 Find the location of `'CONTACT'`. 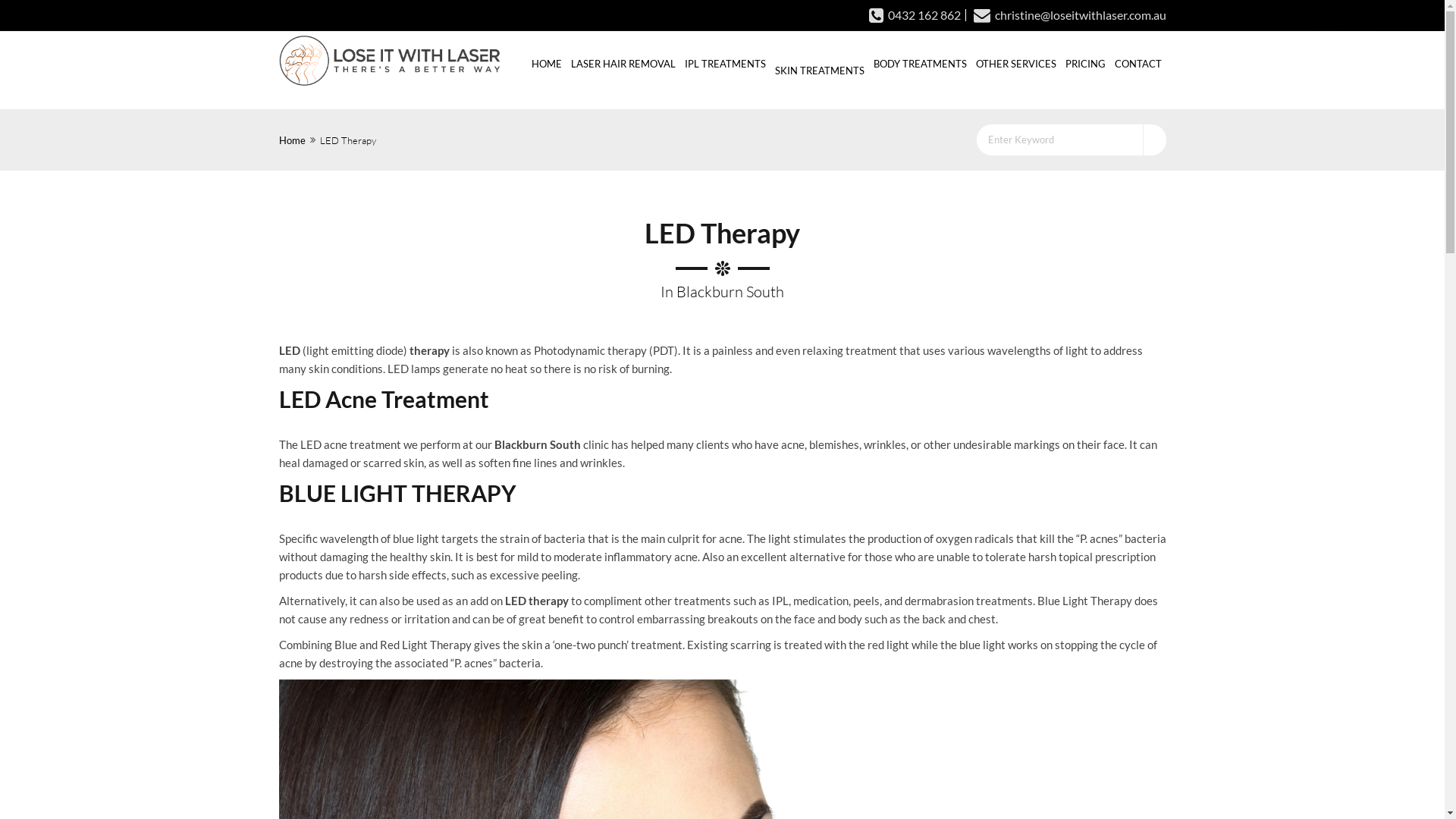

'CONTACT' is located at coordinates (1138, 62).